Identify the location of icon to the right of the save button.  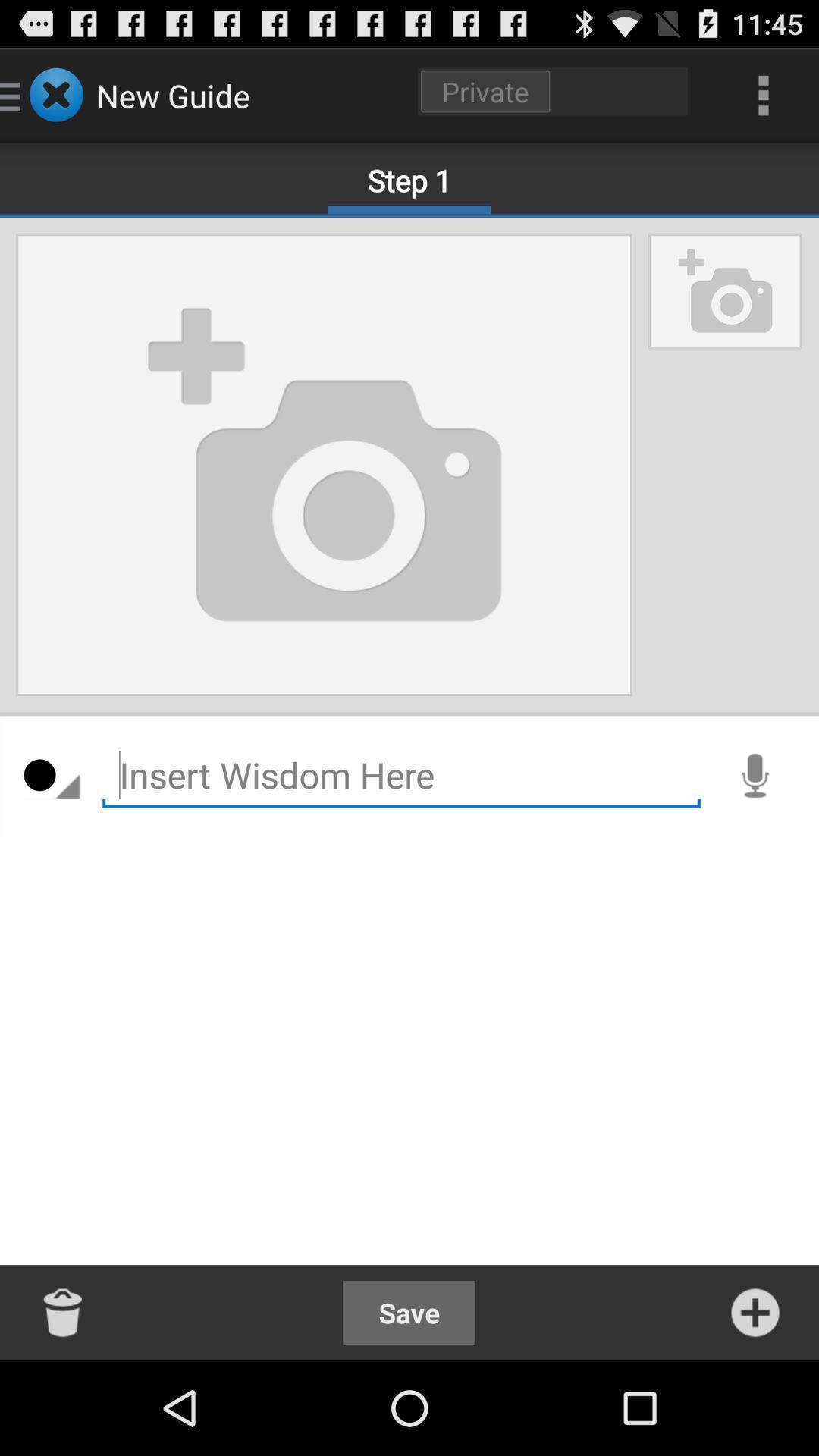
(755, 1312).